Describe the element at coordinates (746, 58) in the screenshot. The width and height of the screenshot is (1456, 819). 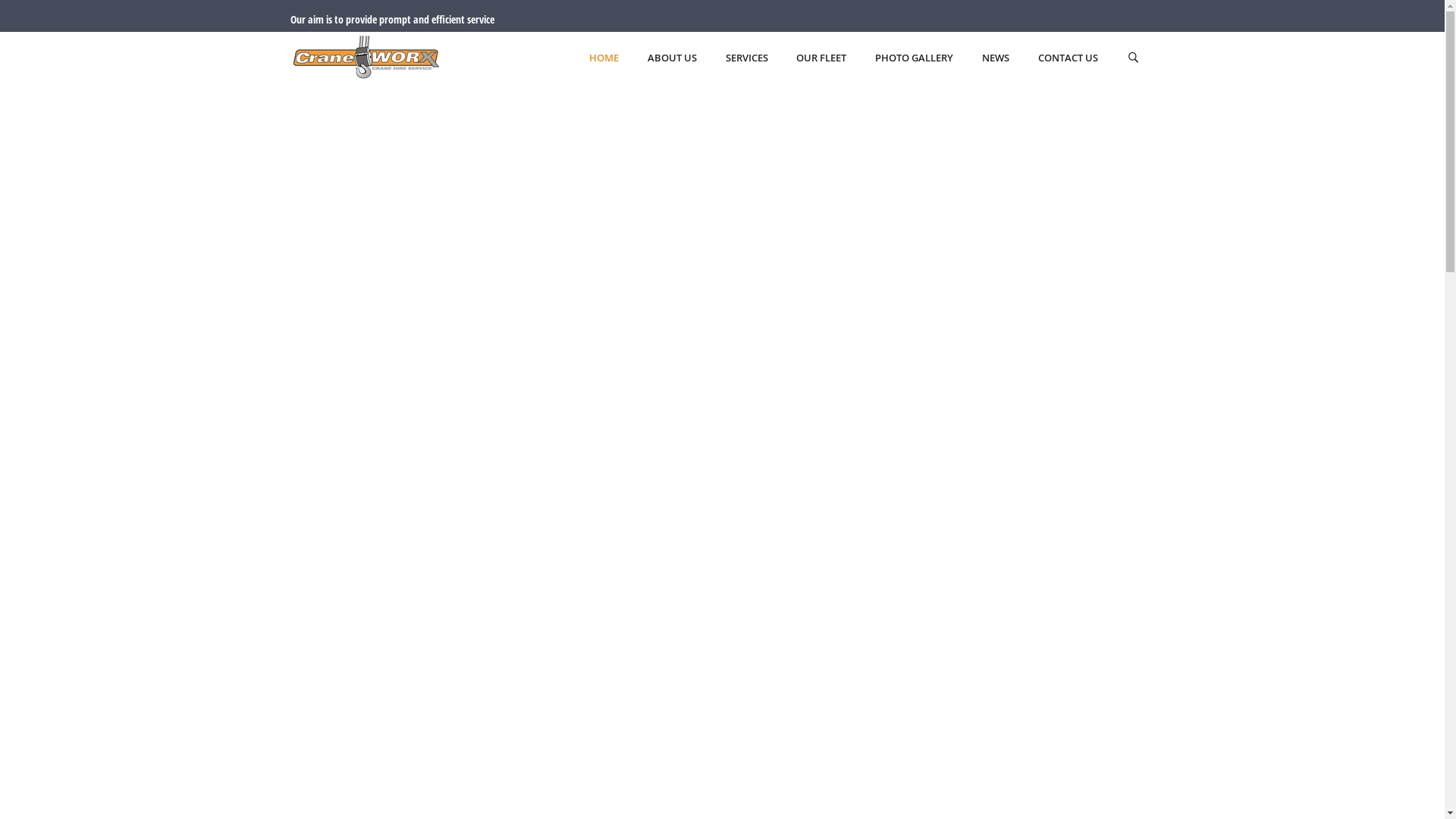
I see `'SERVICES'` at that location.